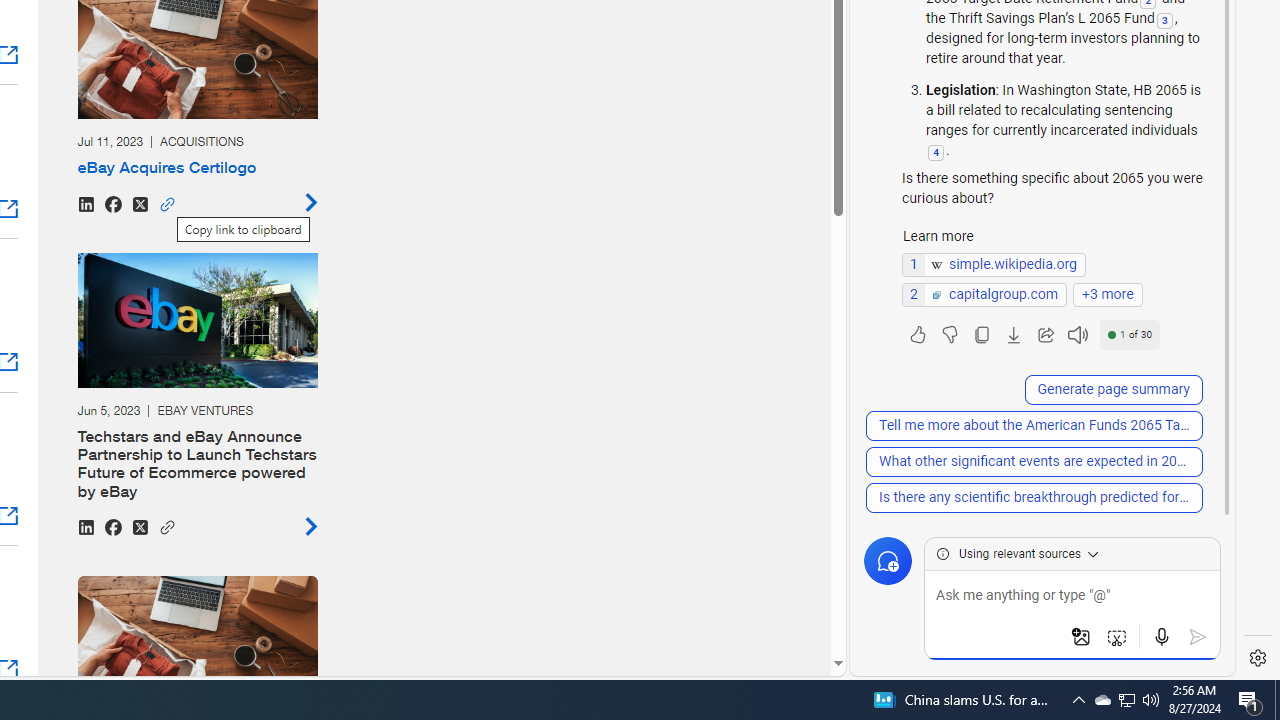 The width and height of the screenshot is (1280, 720). Describe the element at coordinates (138, 525) in the screenshot. I see `'Share on X (Twitter)'` at that location.